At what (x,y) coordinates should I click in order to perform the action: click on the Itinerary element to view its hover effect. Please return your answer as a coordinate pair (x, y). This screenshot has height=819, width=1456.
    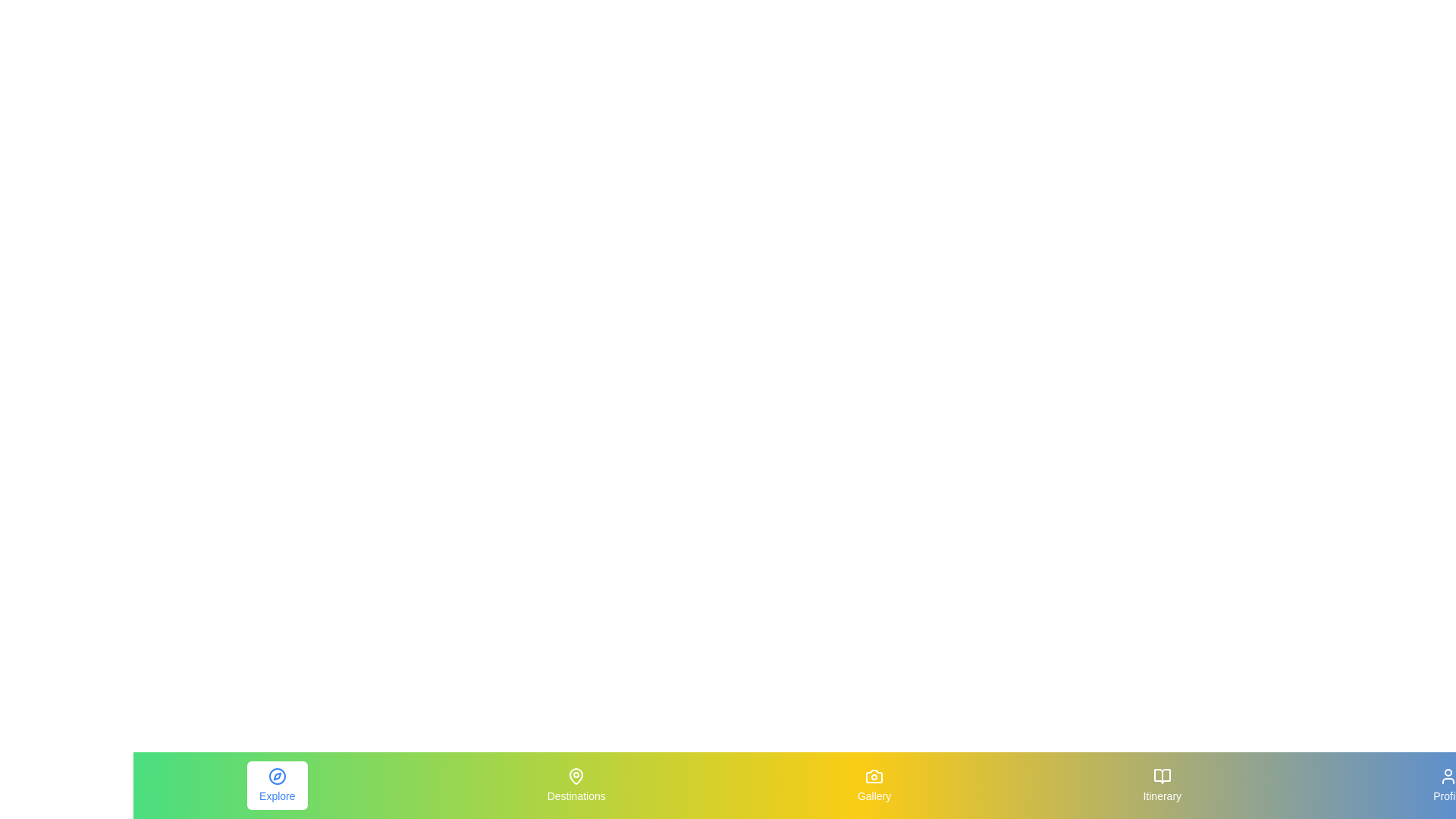
    Looking at the image, I should click on (1161, 785).